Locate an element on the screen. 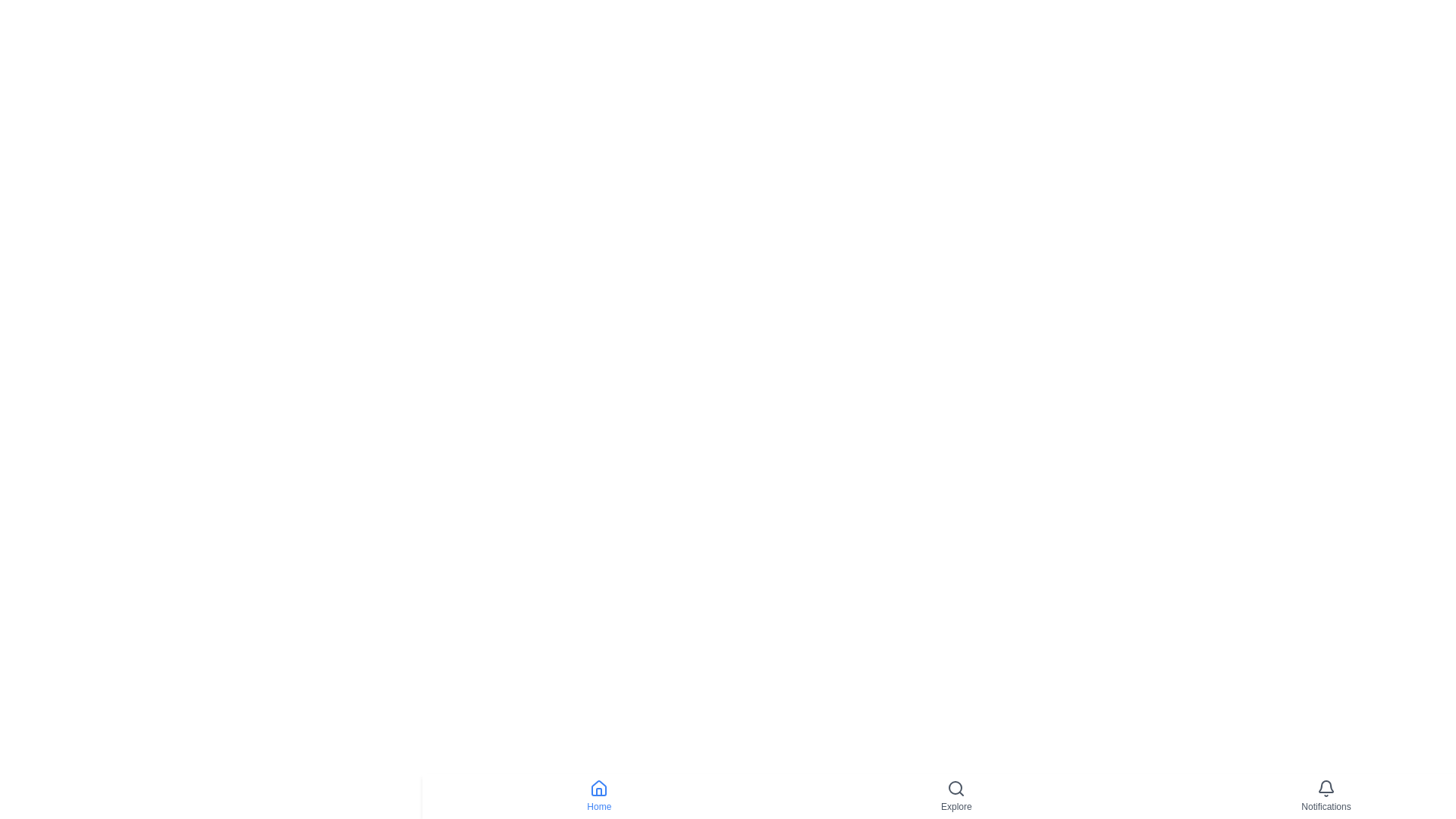 This screenshot has height=819, width=1456. the 'Notifications' text label located at the bottom-right corner of the interface, beneath the bell icon is located at coordinates (1325, 806).